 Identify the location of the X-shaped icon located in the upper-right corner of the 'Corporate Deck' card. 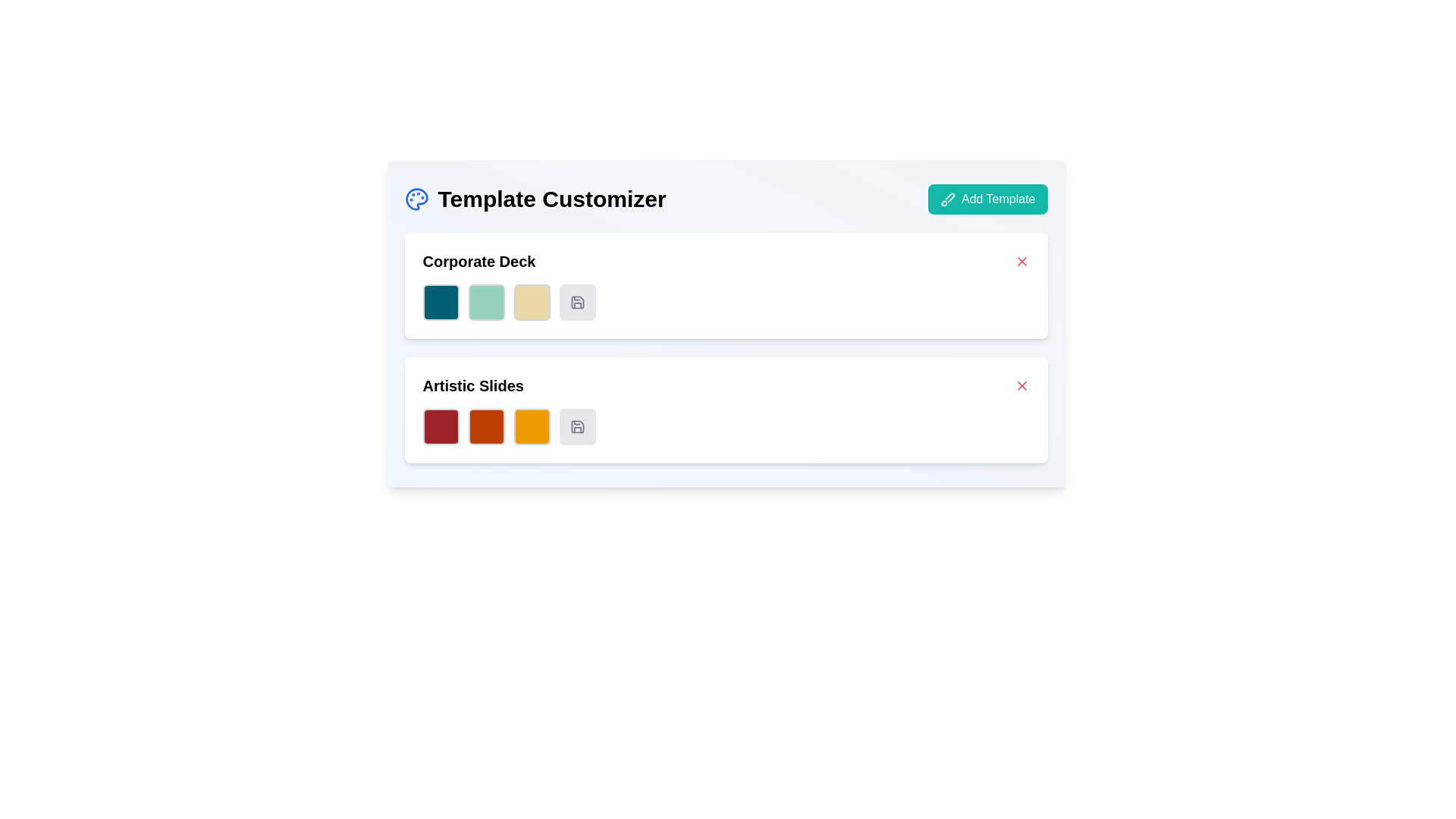
(1021, 260).